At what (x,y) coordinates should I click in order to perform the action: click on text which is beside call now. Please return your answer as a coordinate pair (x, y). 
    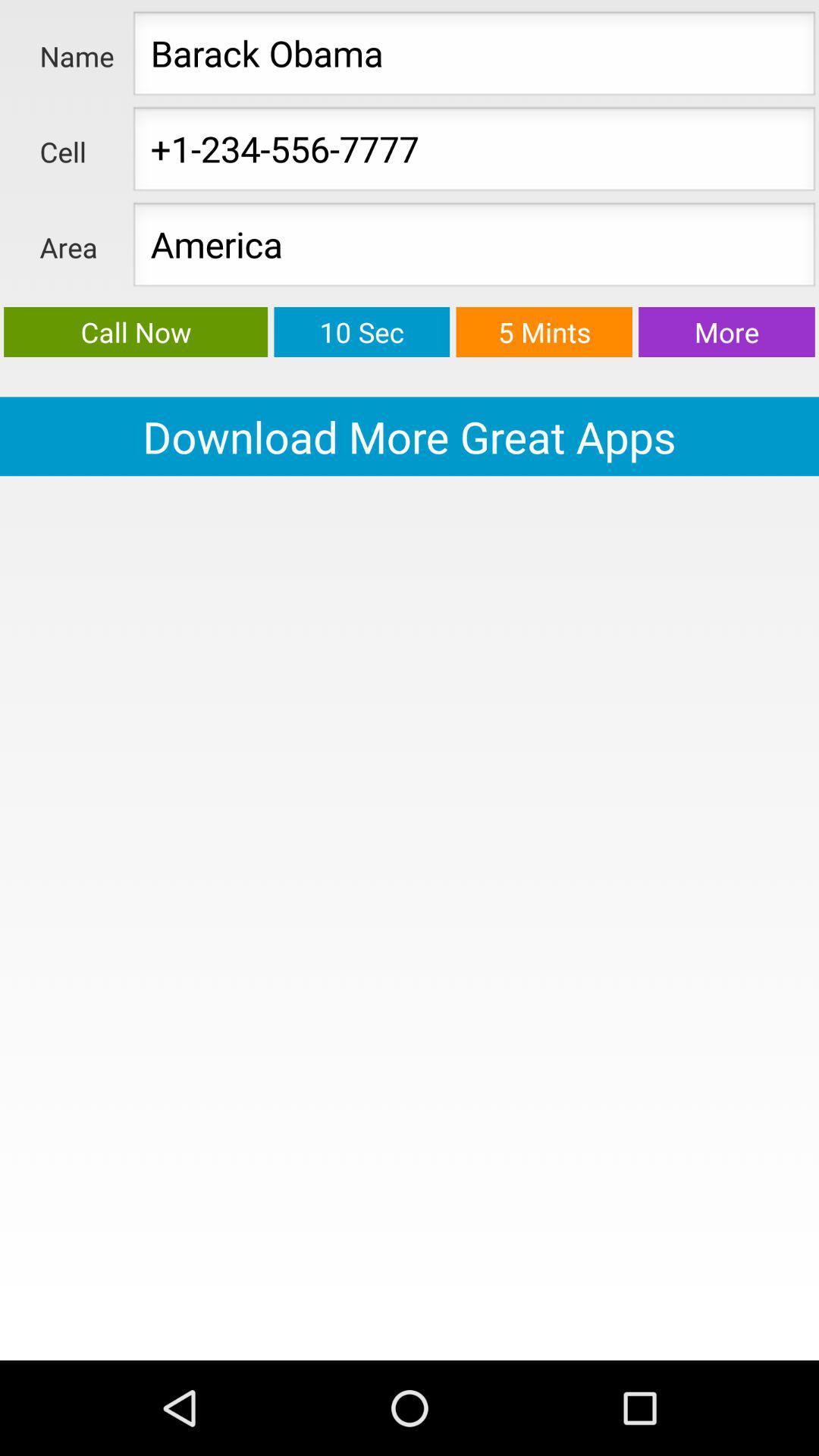
    Looking at the image, I should click on (362, 331).